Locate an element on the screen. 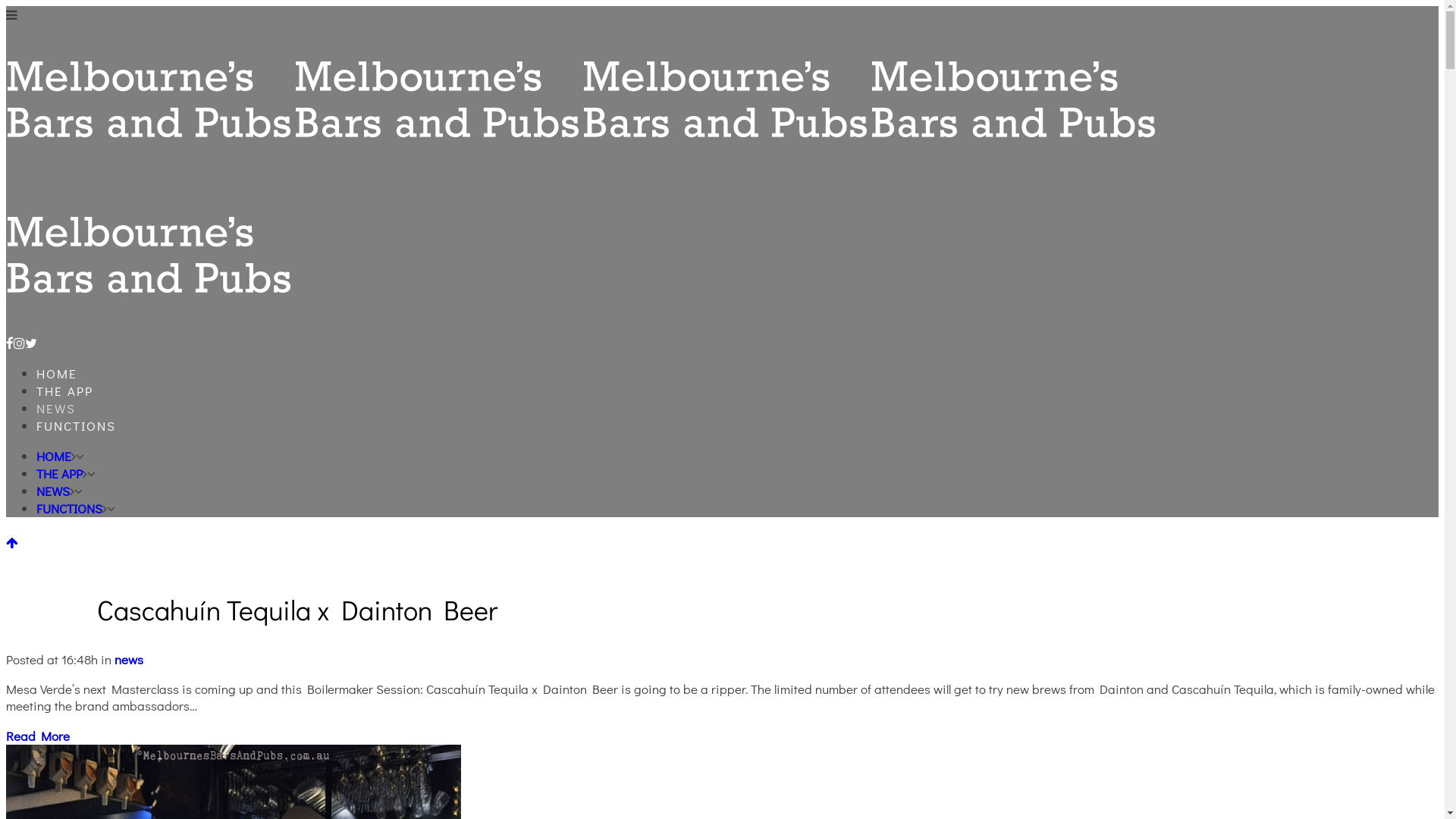 The image size is (1456, 819). 'FUNCTIONS' is located at coordinates (36, 508).